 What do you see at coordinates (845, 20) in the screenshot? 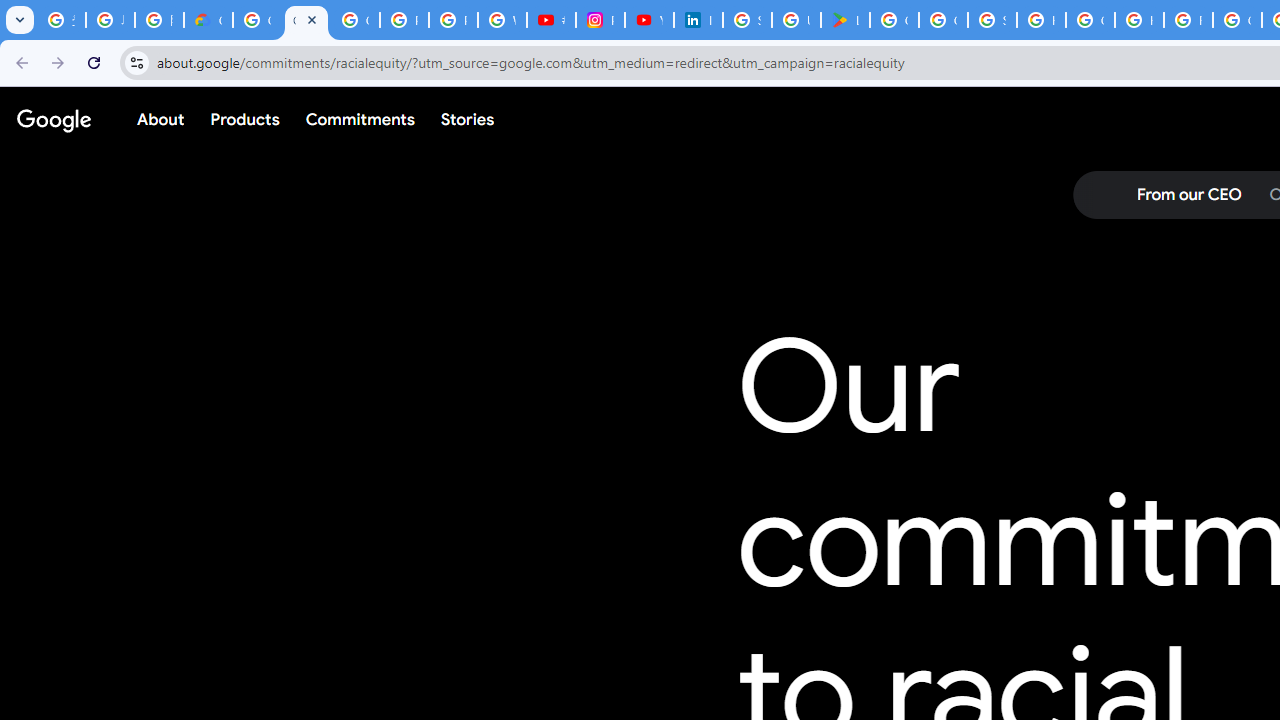
I see `'Last Shelter: Survival - Apps on Google Play'` at bounding box center [845, 20].